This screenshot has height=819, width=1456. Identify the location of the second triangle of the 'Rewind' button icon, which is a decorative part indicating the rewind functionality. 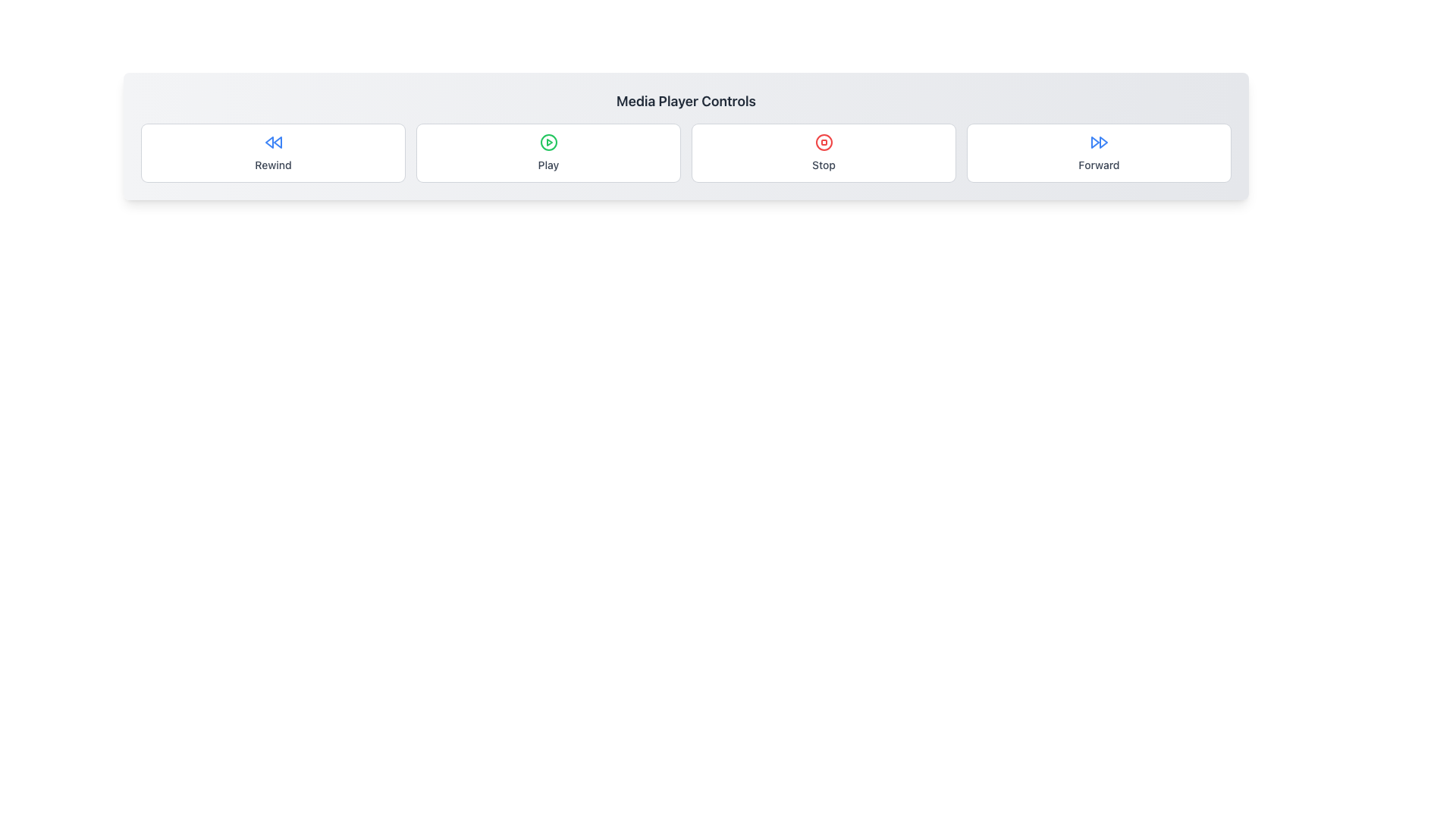
(277, 143).